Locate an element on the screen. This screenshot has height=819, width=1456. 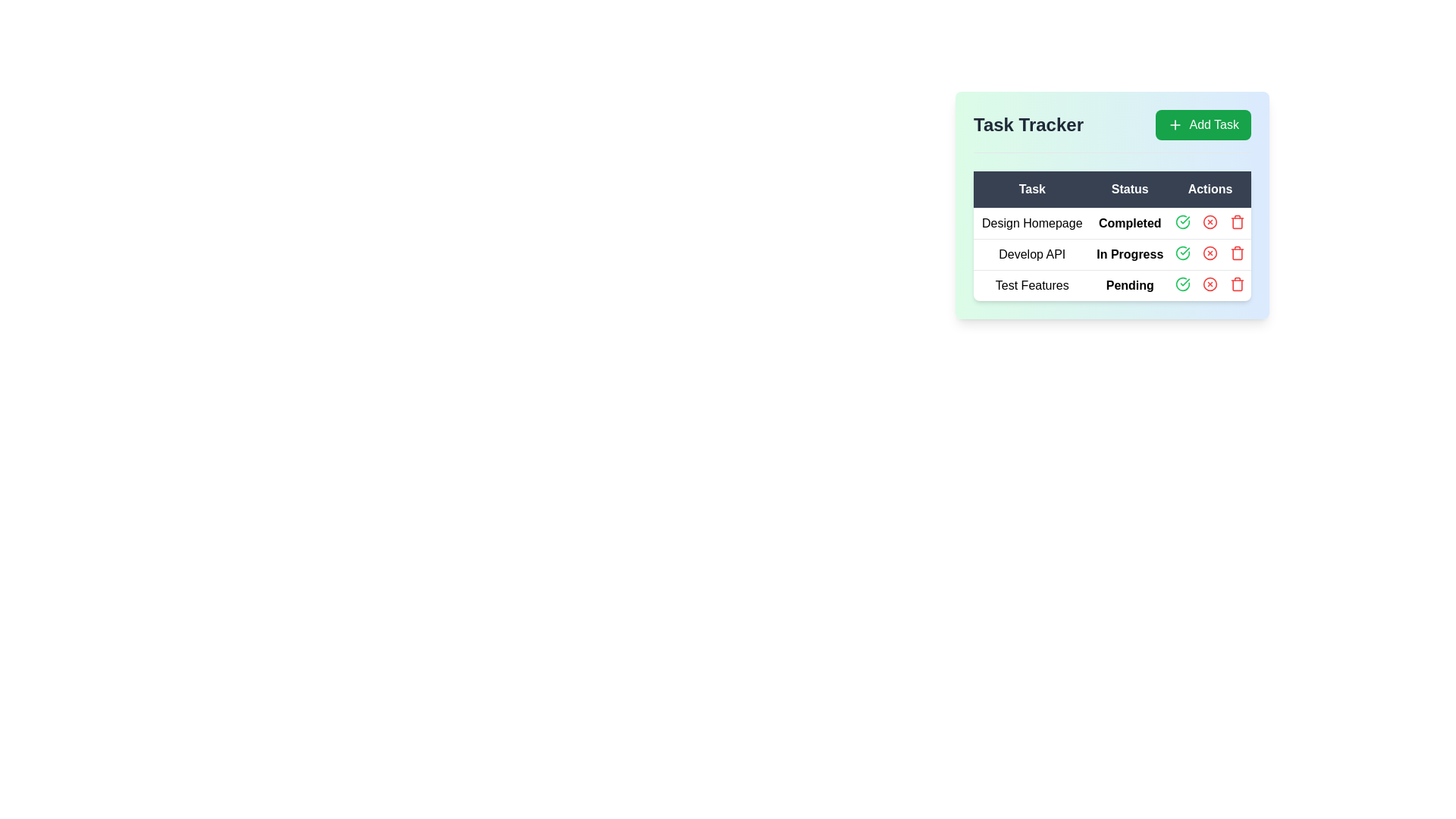
the red 'X' button/icon in the Actions section of the task list is located at coordinates (1210, 222).